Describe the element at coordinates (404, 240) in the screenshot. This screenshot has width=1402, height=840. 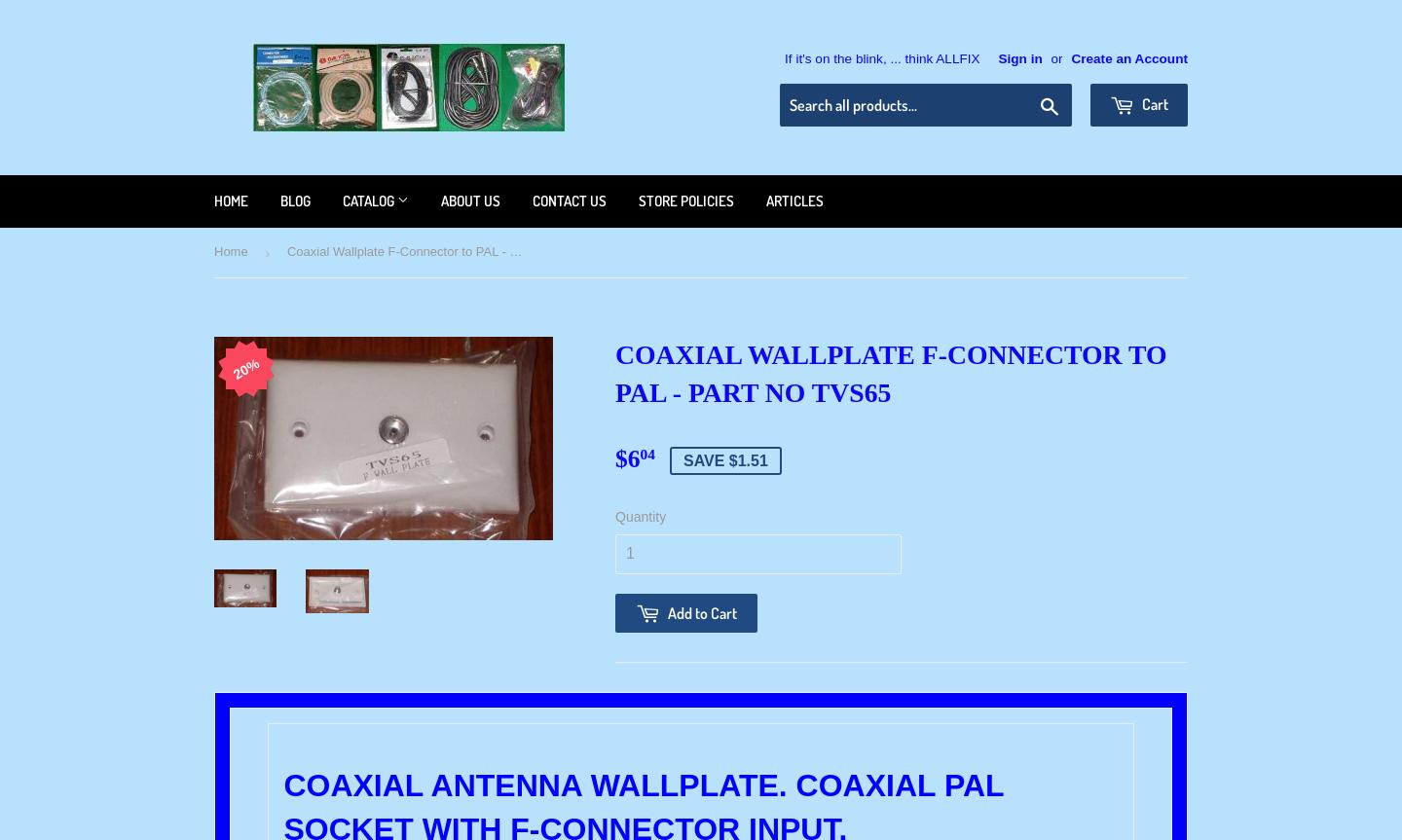
I see `'Major Appliance Parts'` at that location.